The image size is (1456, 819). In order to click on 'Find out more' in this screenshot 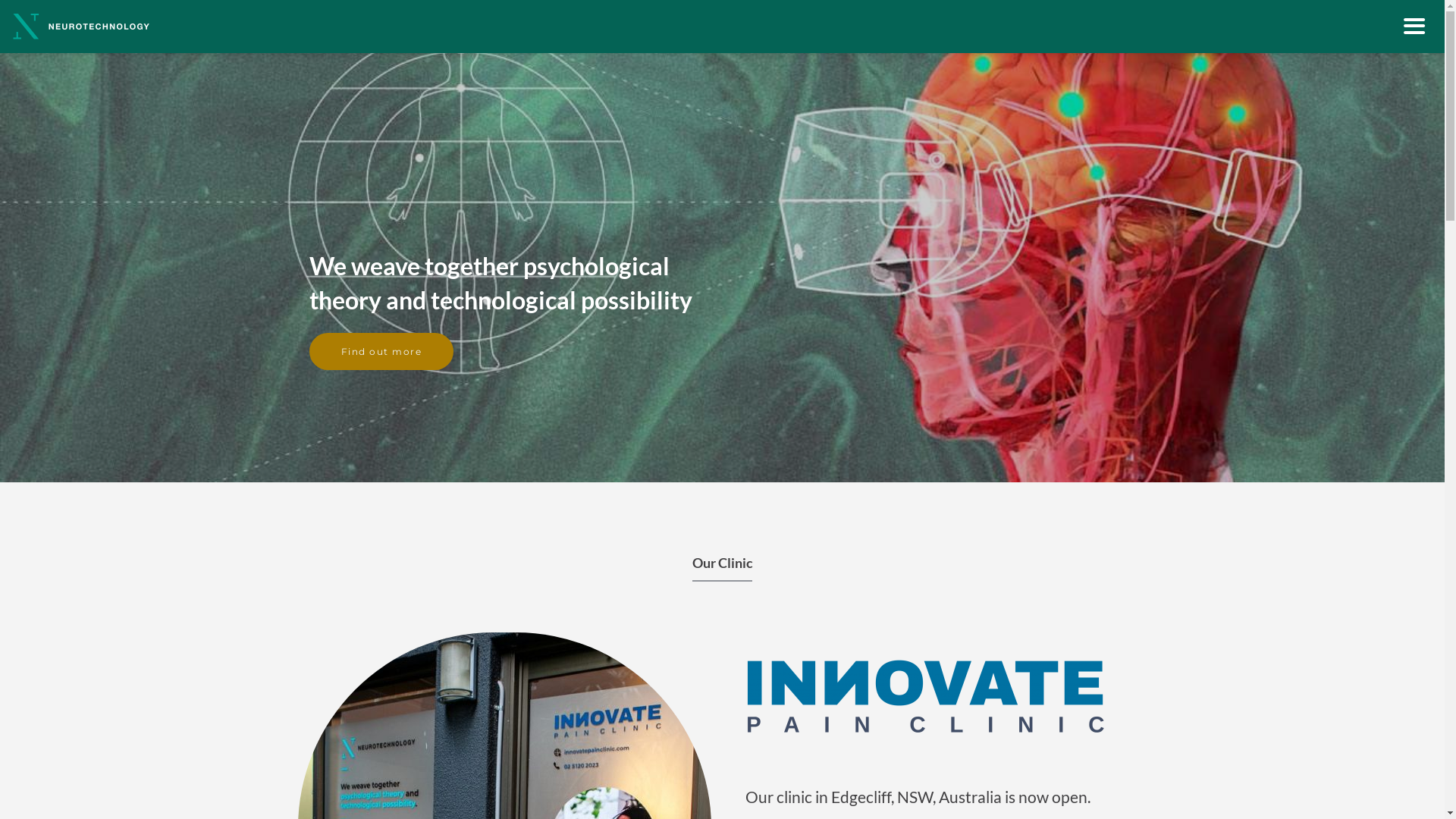, I will do `click(309, 351)`.